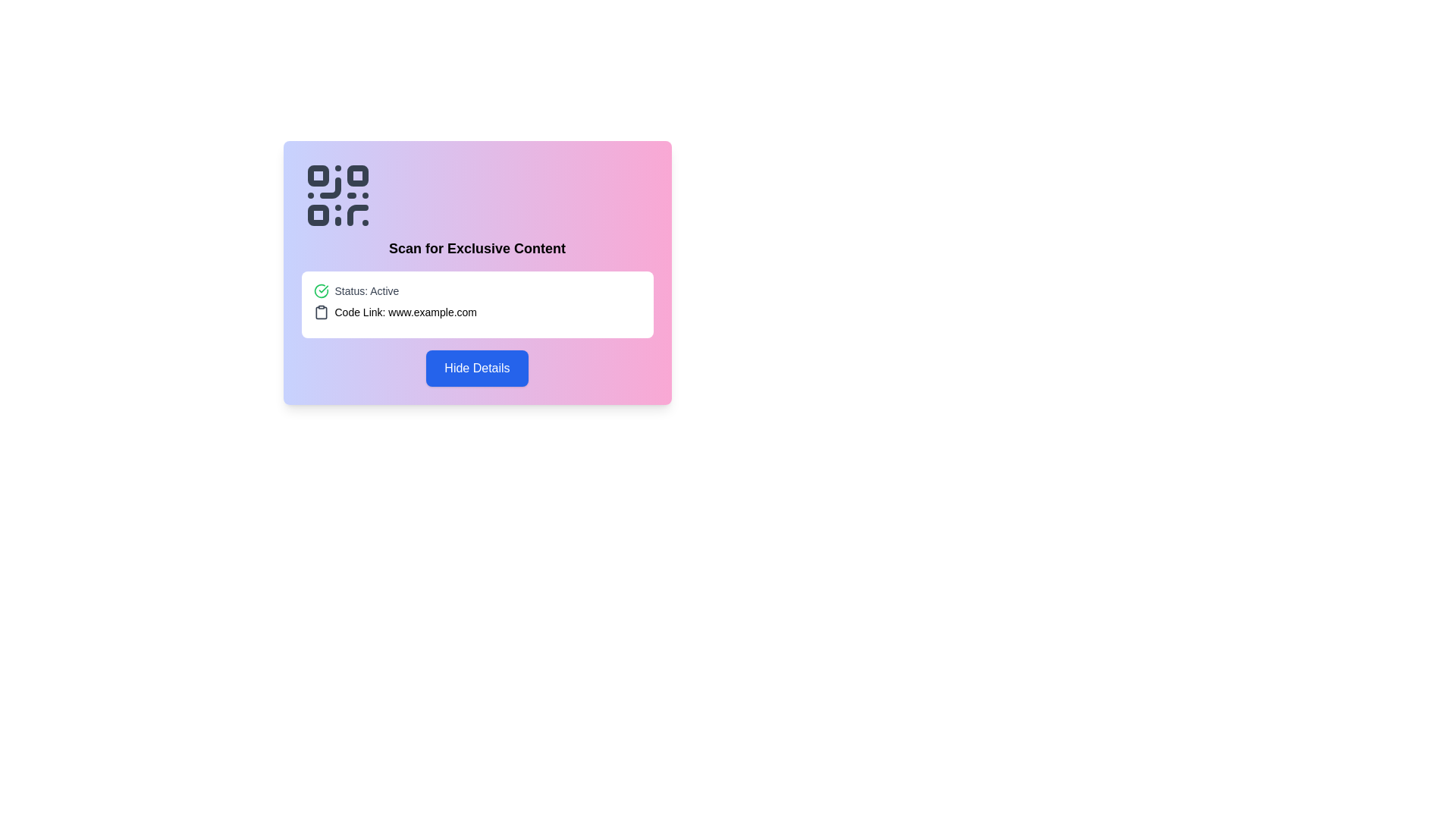  I want to click on the clipboard icon, which is a monochromatic, rounded rectangular icon located near the left side of the text block containing 'Code Link: www.example.com', so click(320, 312).